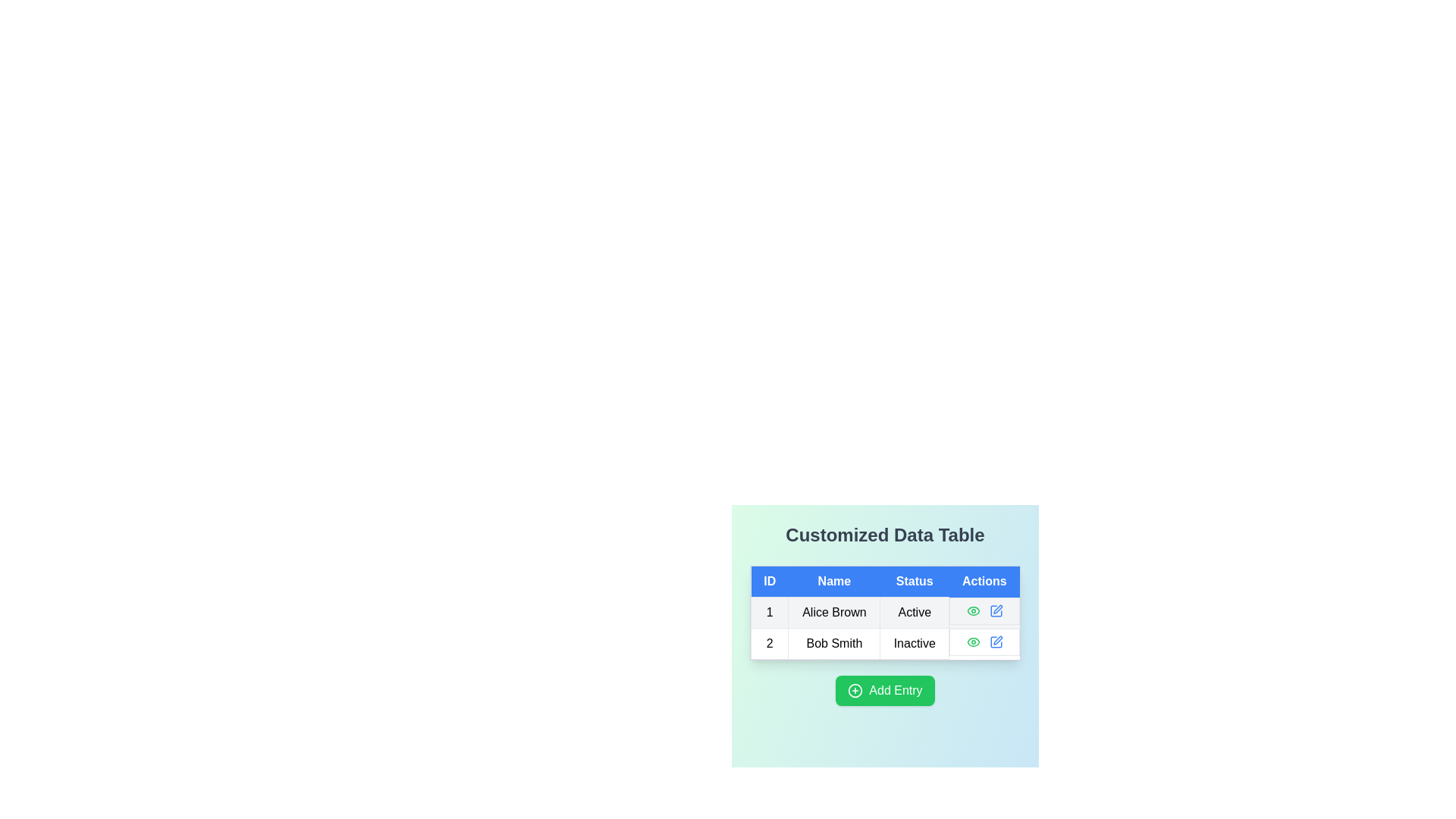 Image resolution: width=1456 pixels, height=819 pixels. Describe the element at coordinates (885, 626) in the screenshot. I see `the status indicator for 'Bob Smith' in the table under the 'Status' column, specifically in the second row` at that location.